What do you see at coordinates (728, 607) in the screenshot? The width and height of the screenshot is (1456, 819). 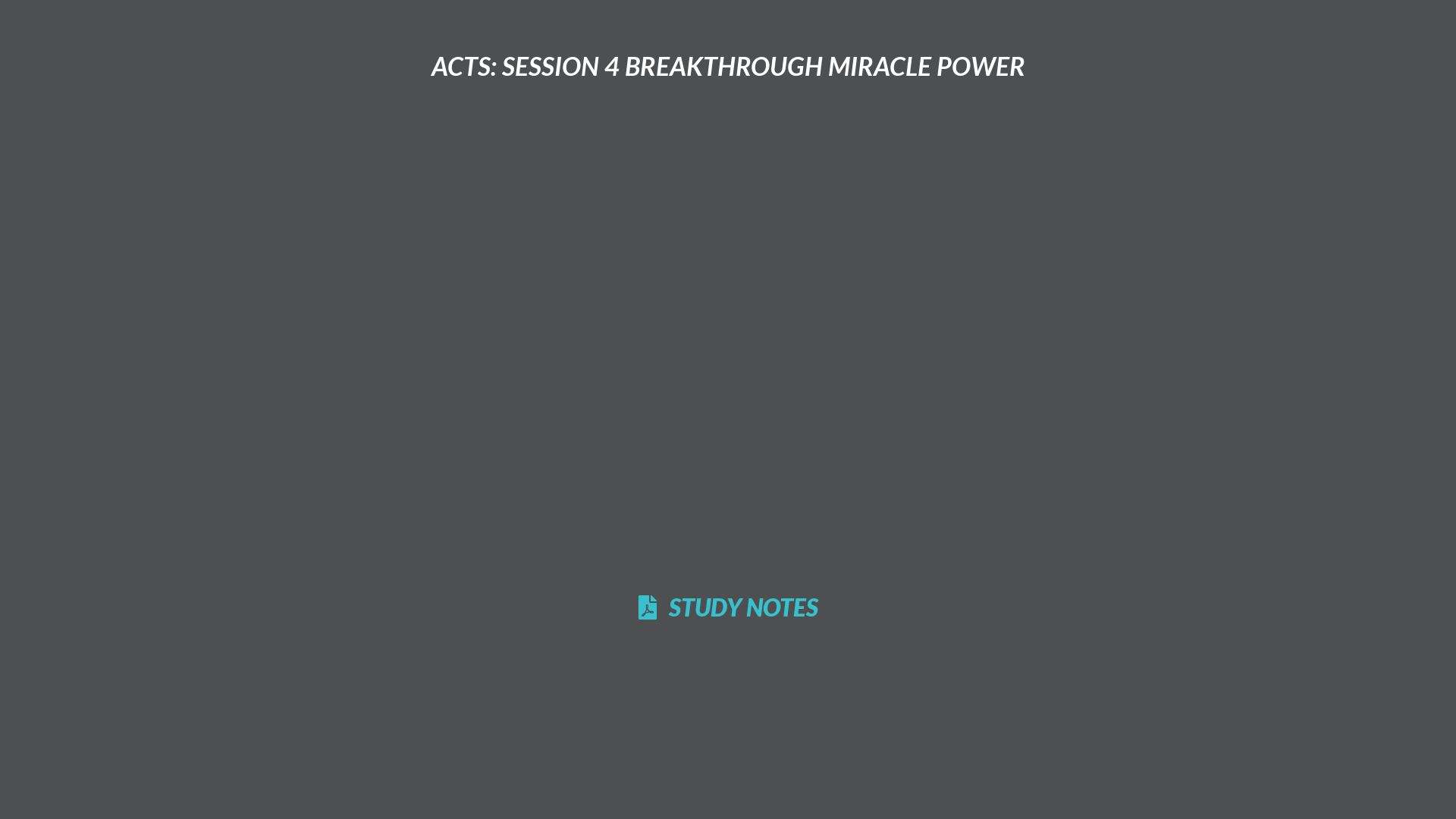 I see `'STUDY NOTES'` at bounding box center [728, 607].